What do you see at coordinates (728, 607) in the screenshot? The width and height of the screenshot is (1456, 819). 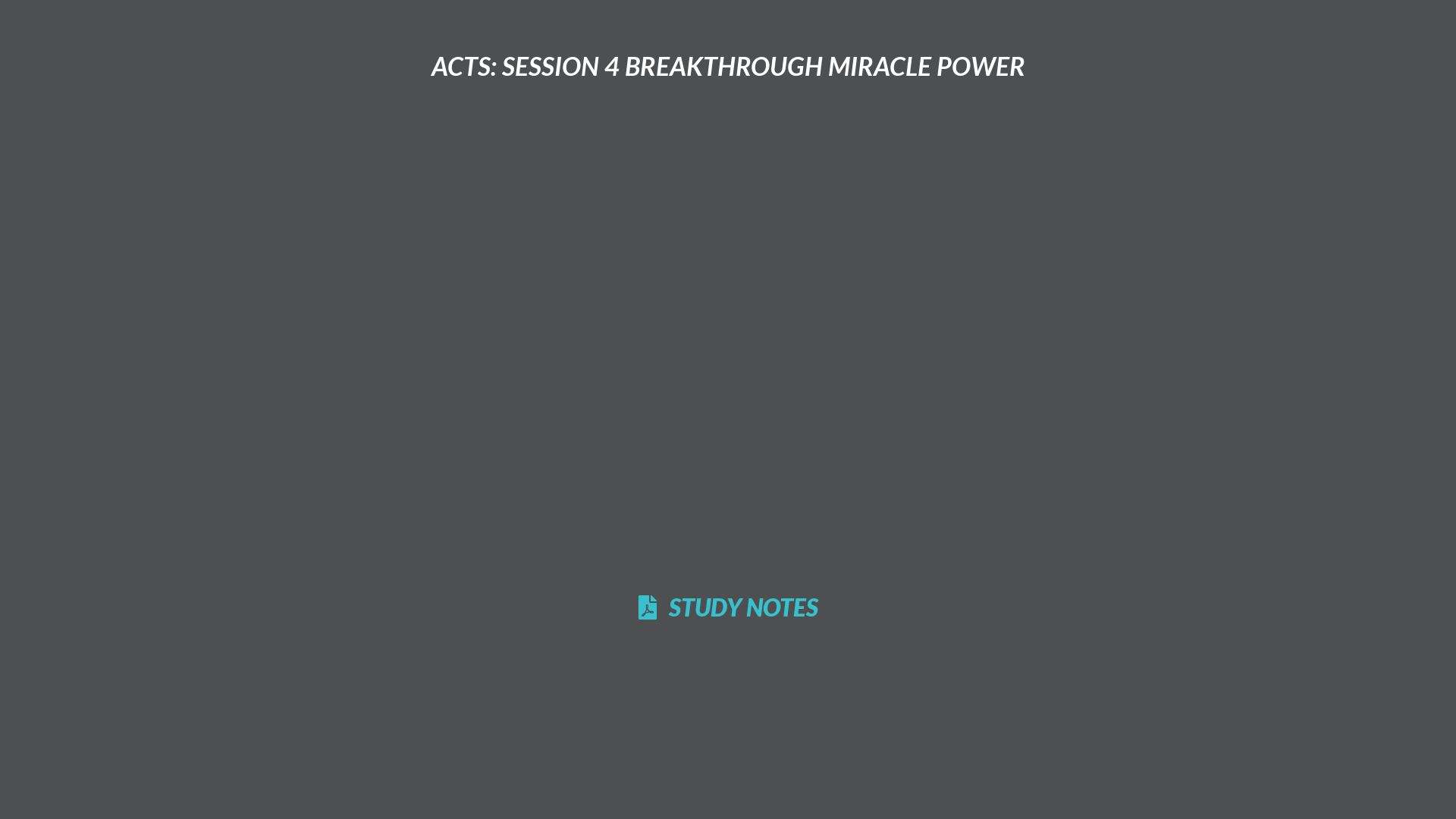 I see `'STUDY NOTES'` at bounding box center [728, 607].